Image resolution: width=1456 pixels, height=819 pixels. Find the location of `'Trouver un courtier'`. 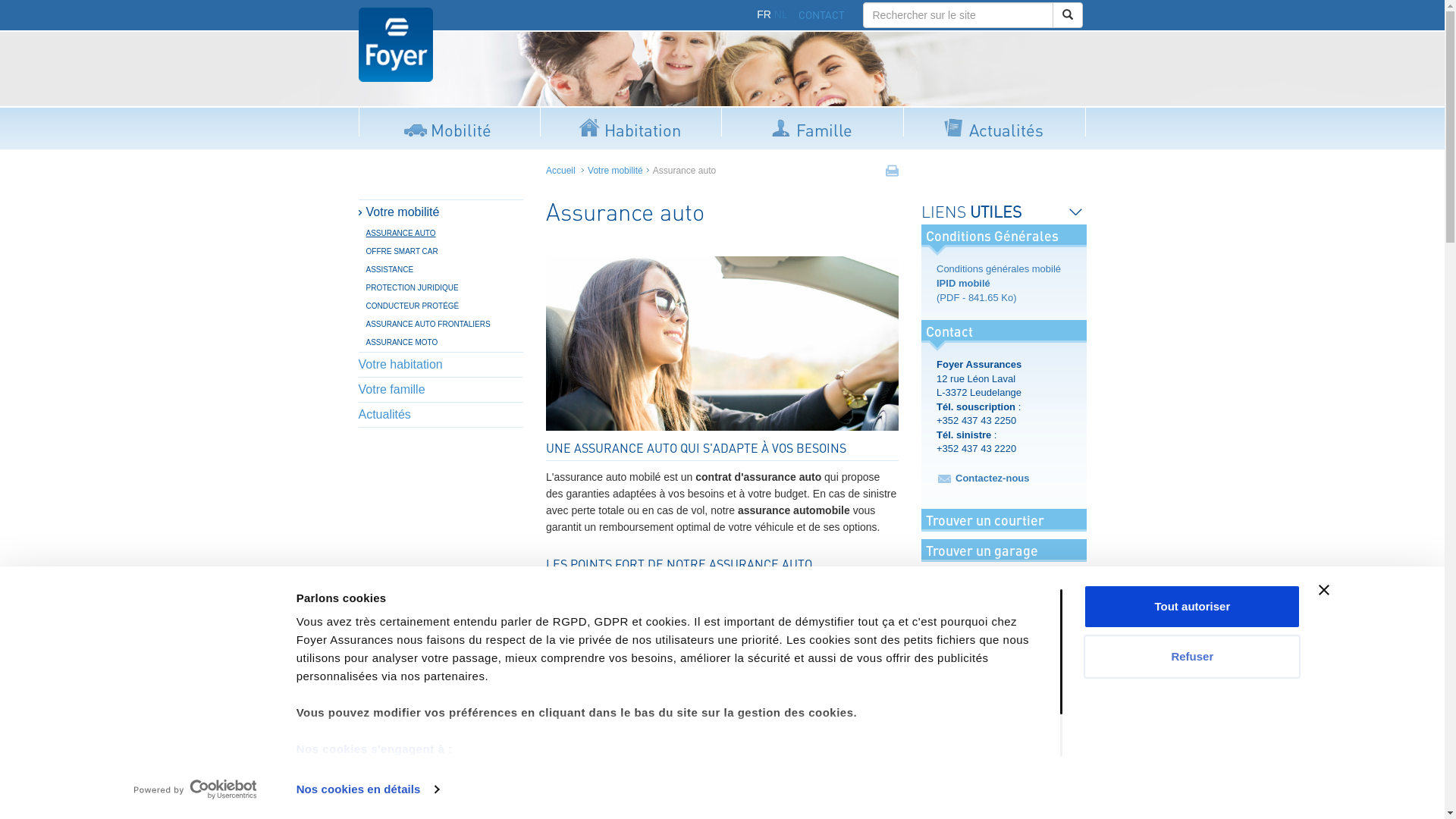

'Trouver un courtier' is located at coordinates (985, 519).